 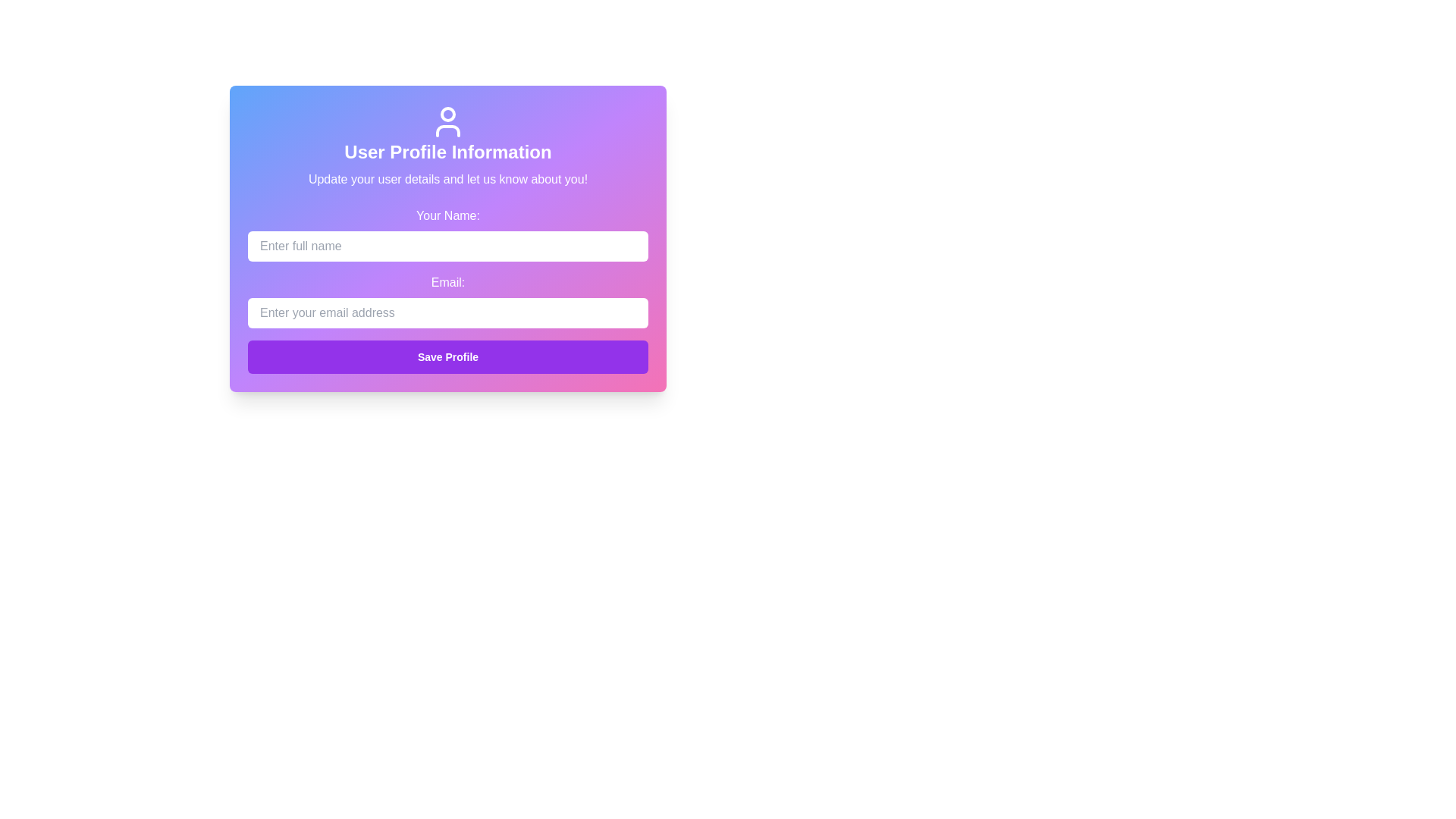 What do you see at coordinates (447, 152) in the screenshot?
I see `the static text label that reads 'User Profile Information', which is centrally positioned in the header of the card interface` at bounding box center [447, 152].